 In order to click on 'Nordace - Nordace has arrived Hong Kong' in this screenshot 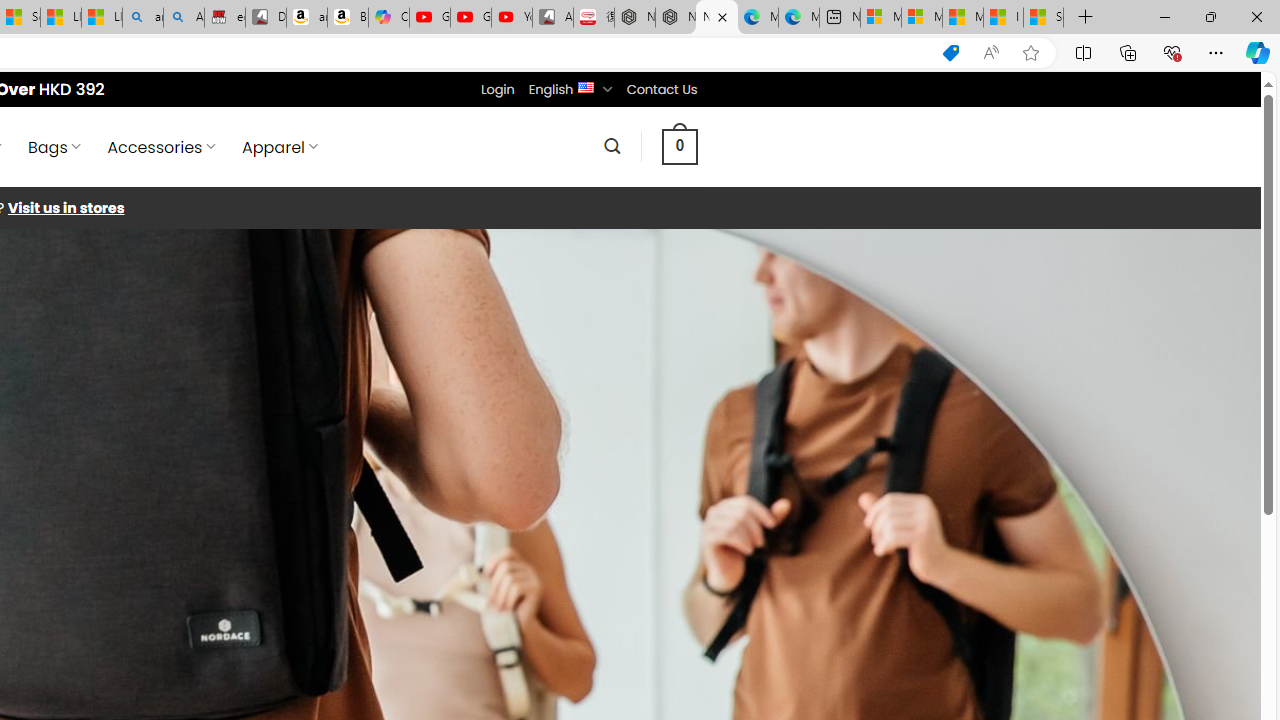, I will do `click(717, 17)`.